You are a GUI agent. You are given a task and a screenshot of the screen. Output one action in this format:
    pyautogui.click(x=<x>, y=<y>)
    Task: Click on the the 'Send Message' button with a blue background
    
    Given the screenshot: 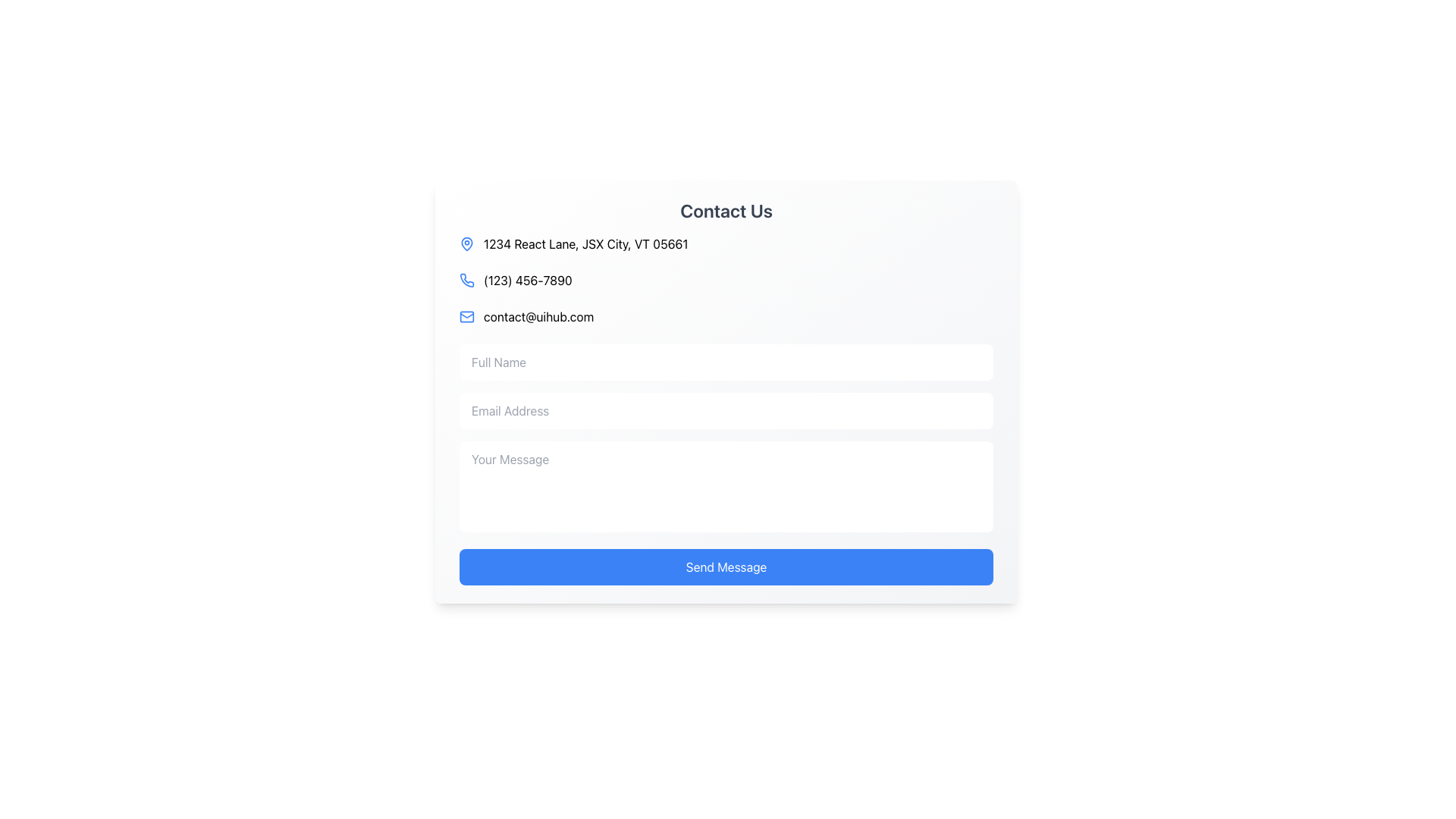 What is the action you would take?
    pyautogui.click(x=726, y=567)
    